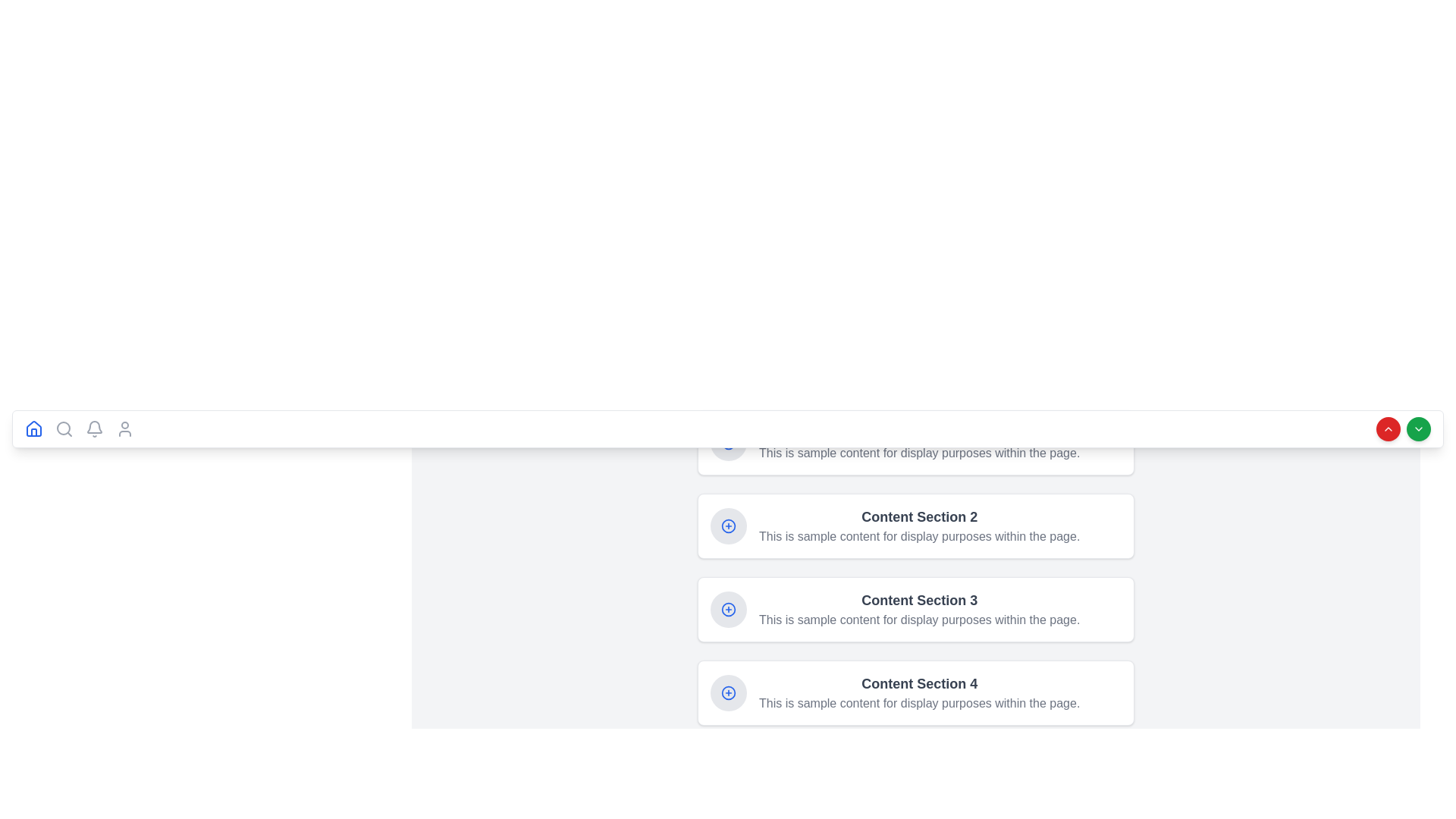 The height and width of the screenshot is (819, 1456). What do you see at coordinates (918, 516) in the screenshot?
I see `the text header 'Content Section 2' which is prominently displayed in bold gray color above a smaller text description in the second card-like section` at bounding box center [918, 516].